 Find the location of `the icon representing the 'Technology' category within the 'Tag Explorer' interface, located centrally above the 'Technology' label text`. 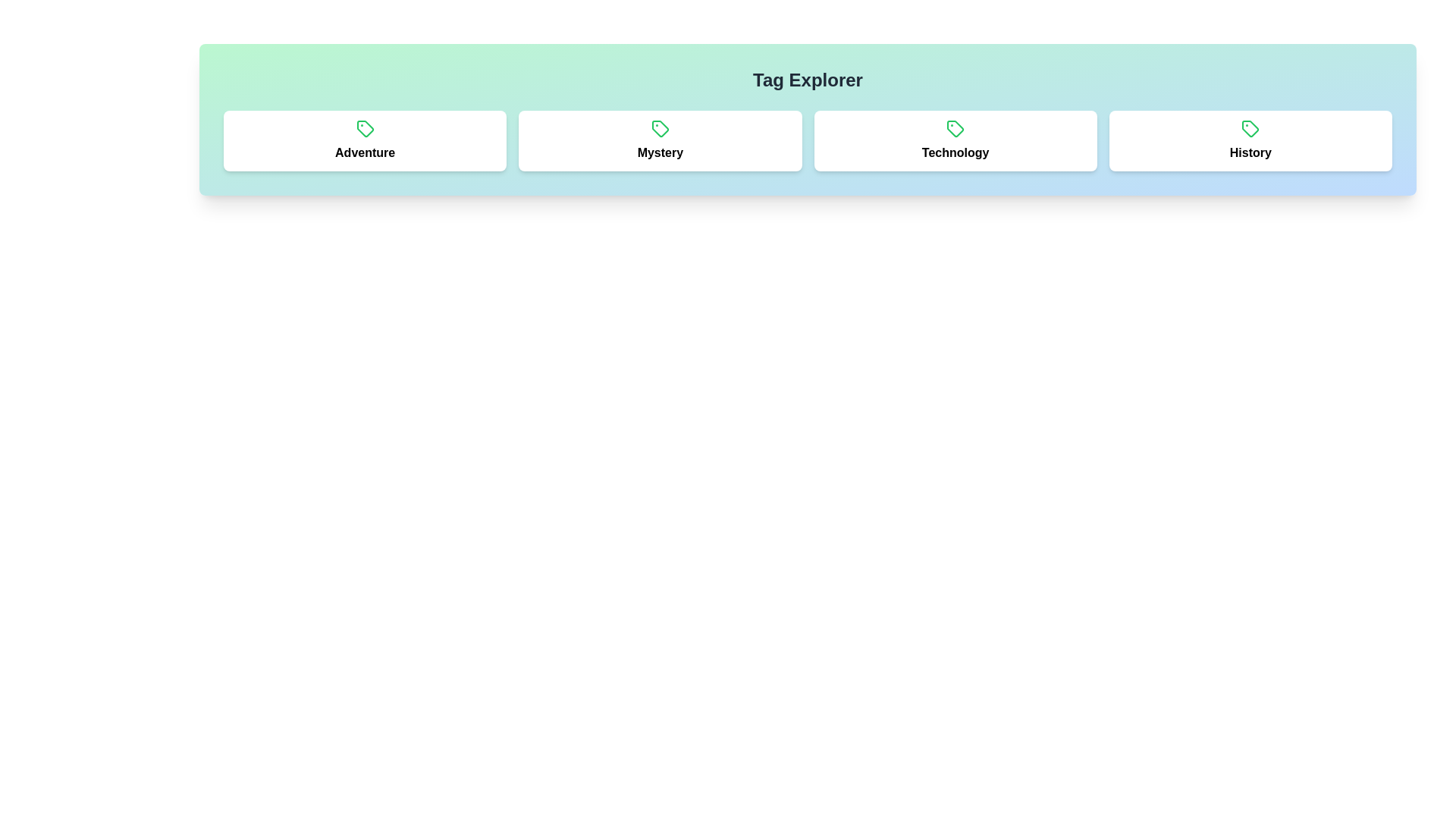

the icon representing the 'Technology' category within the 'Tag Explorer' interface, located centrally above the 'Technology' label text is located at coordinates (1250, 127).